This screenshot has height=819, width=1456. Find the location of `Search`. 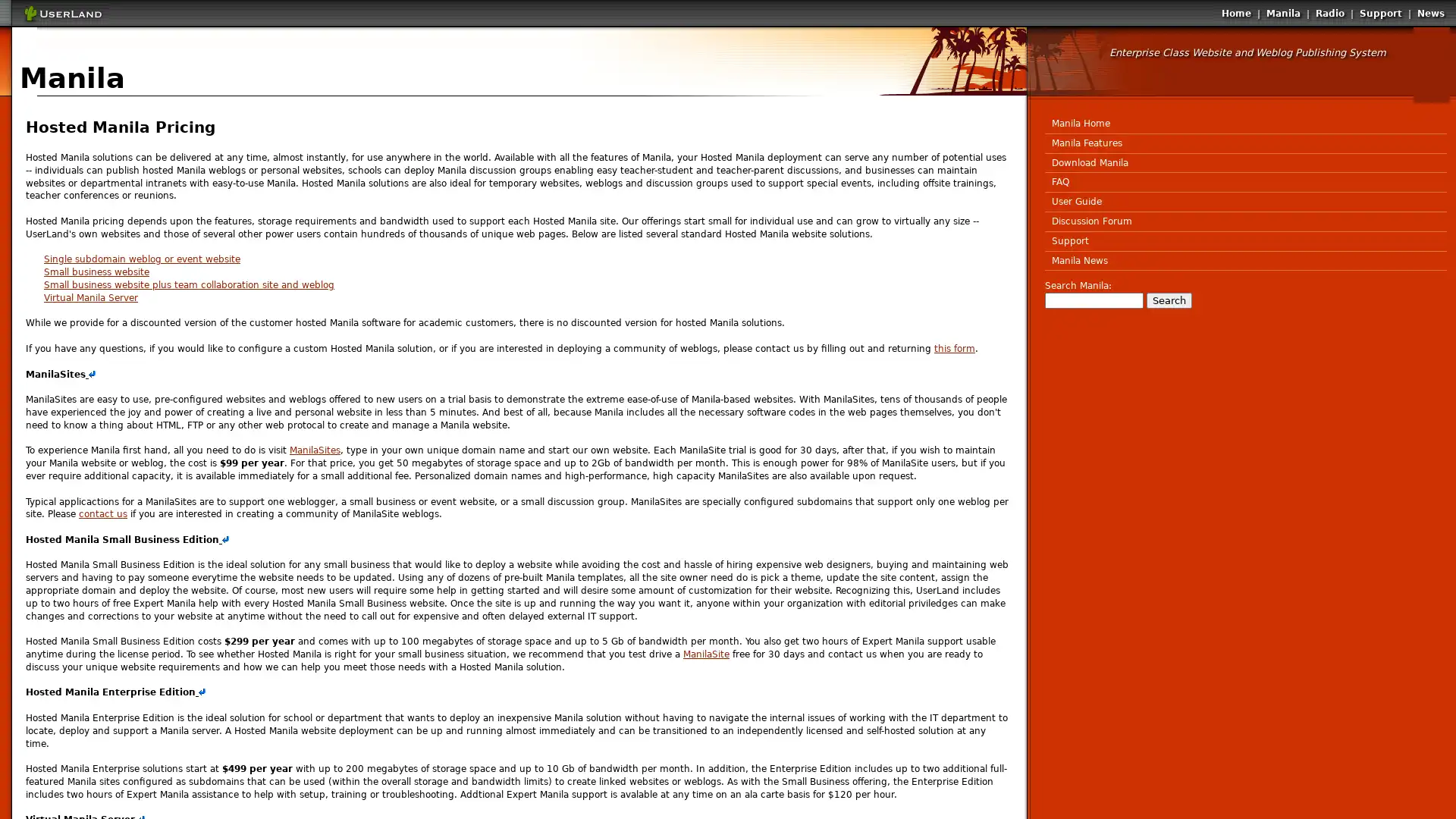

Search is located at coordinates (1168, 300).